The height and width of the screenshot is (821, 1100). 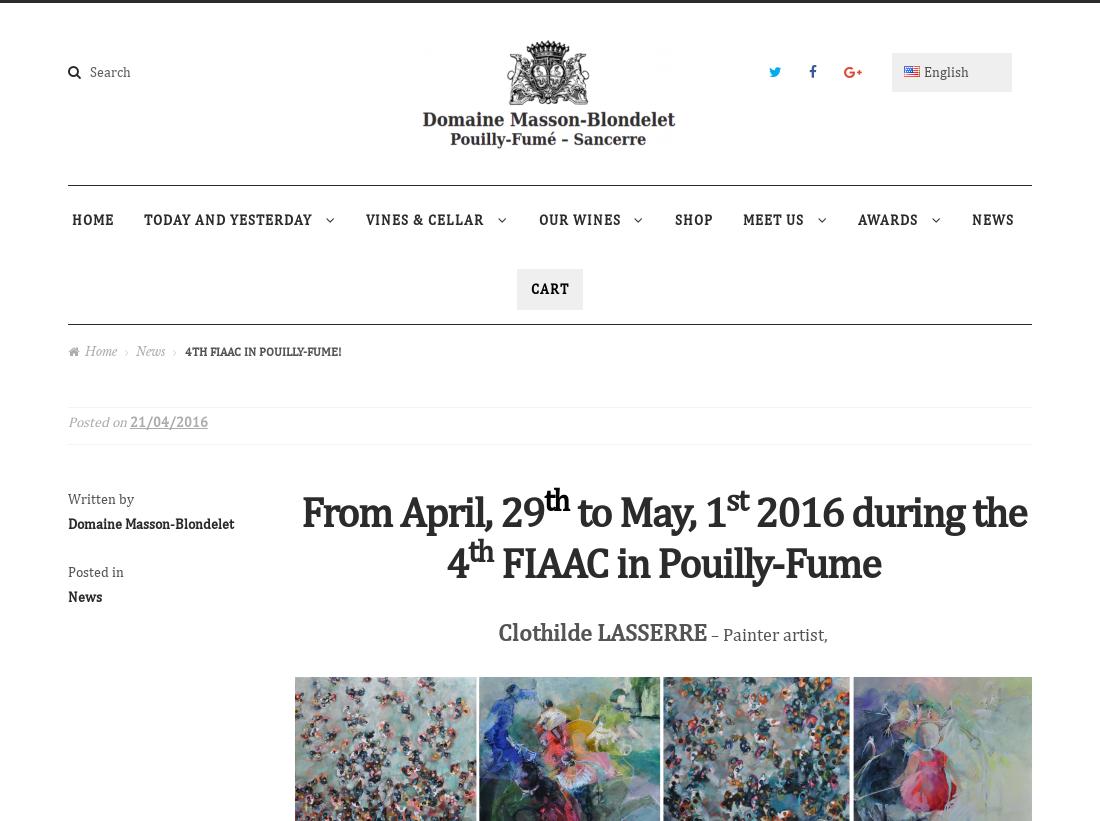 What do you see at coordinates (149, 522) in the screenshot?
I see `'Domaine Masson-Blondelet'` at bounding box center [149, 522].